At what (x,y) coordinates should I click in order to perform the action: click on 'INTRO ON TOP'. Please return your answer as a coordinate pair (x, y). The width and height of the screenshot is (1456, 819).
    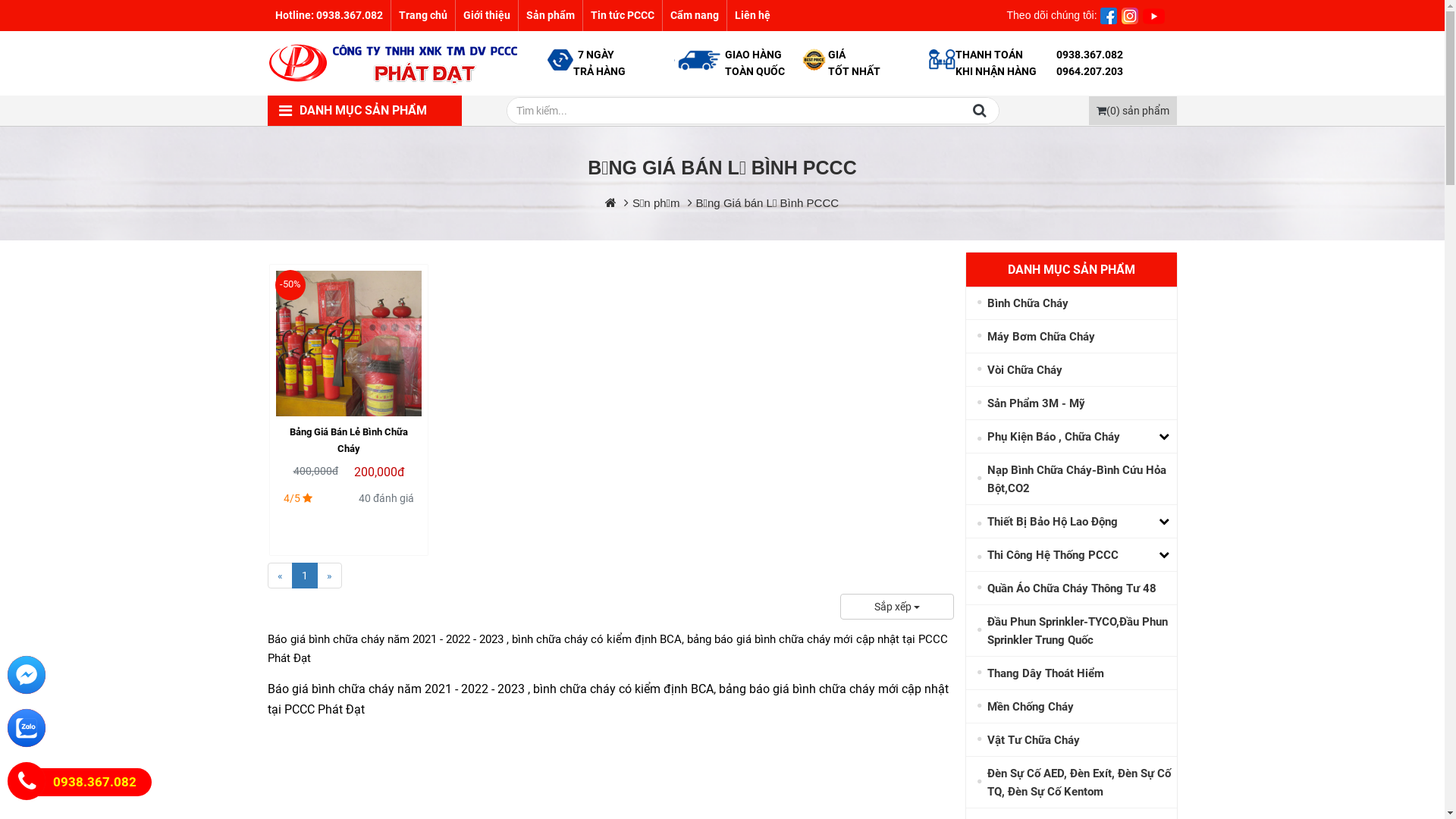
    Looking at the image, I should click on (1153, 15).